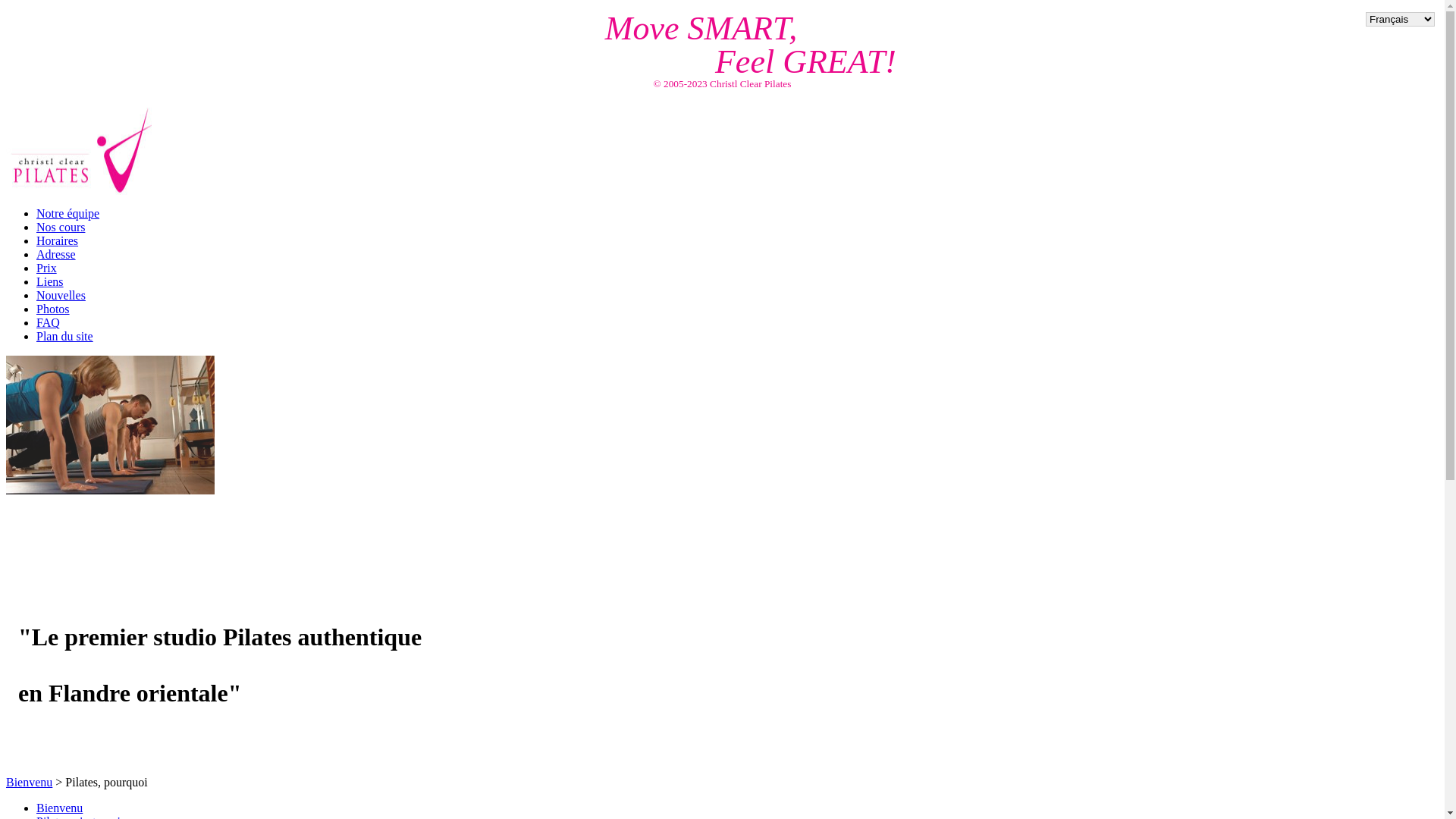 Image resolution: width=1456 pixels, height=819 pixels. Describe the element at coordinates (36, 322) in the screenshot. I see `'FAQ'` at that location.